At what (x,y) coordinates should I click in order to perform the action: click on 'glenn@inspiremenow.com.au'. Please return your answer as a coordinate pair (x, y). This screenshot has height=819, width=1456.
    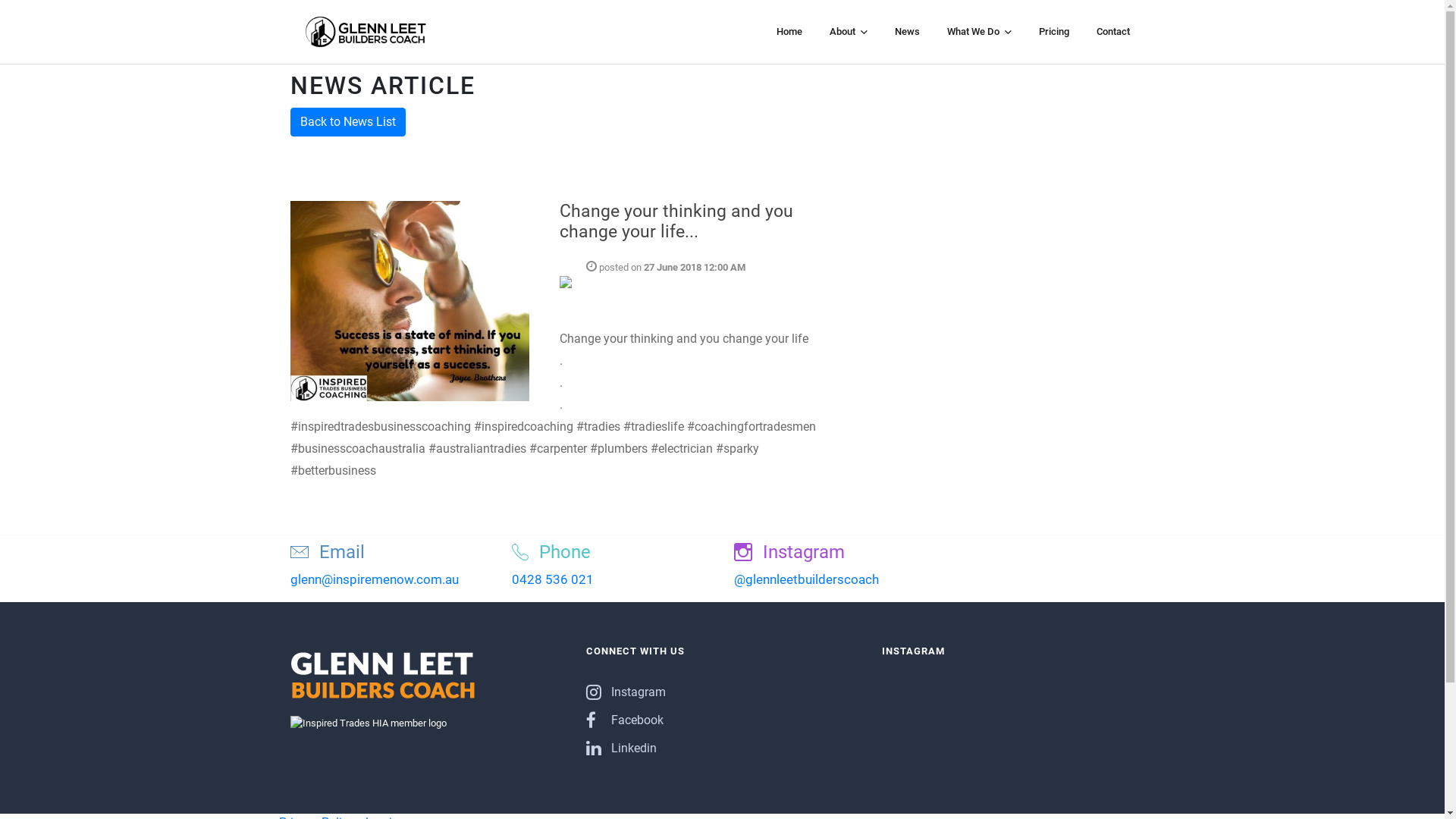
    Looking at the image, I should click on (374, 579).